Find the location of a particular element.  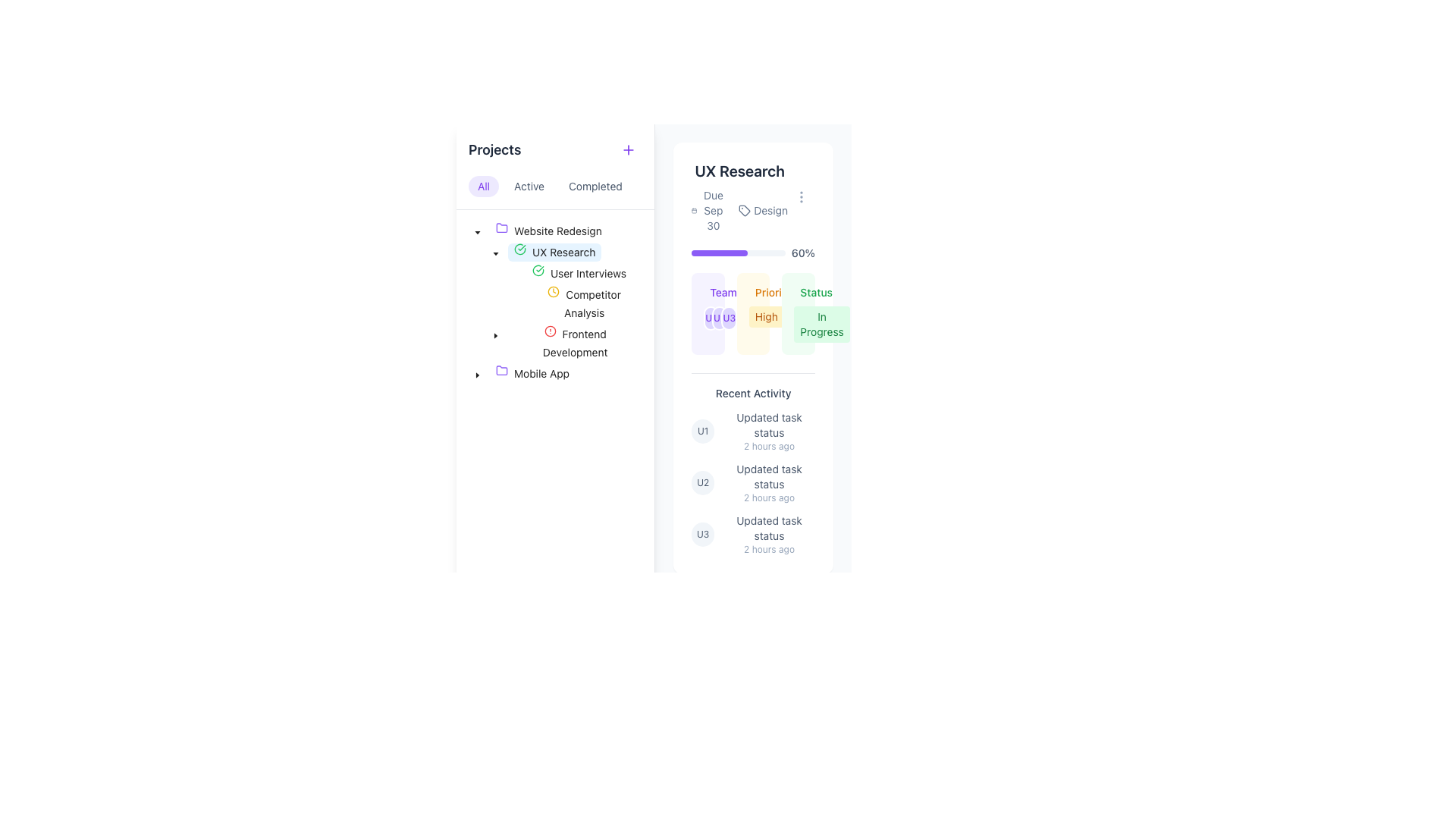

the 'Status' label displayed in green color, which is located in the middle of the 'UX Research' project card, positioned to the right of the 'Priority' status is located at coordinates (815, 292).